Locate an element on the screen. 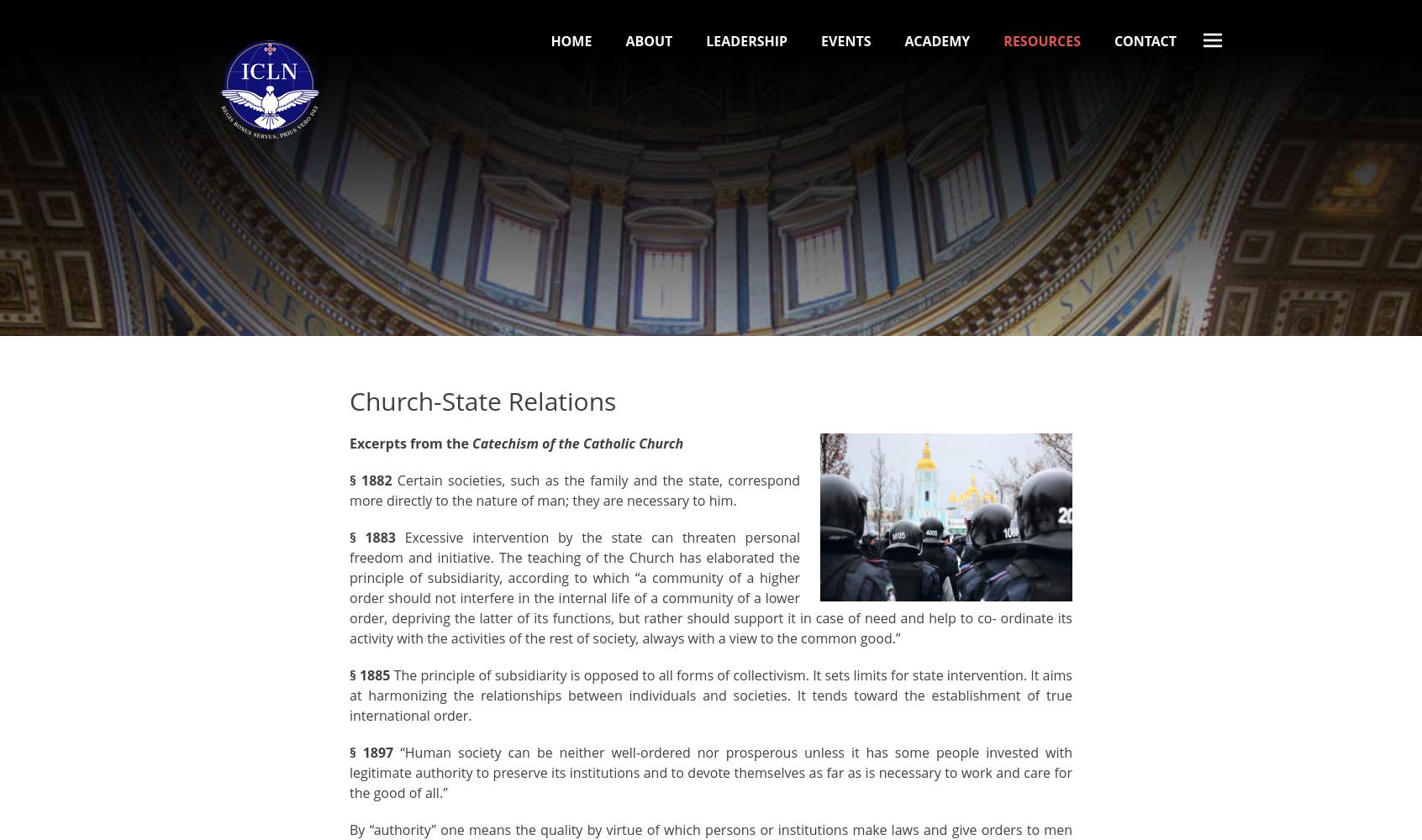 The image size is (1422, 840). 'Academy' is located at coordinates (903, 41).